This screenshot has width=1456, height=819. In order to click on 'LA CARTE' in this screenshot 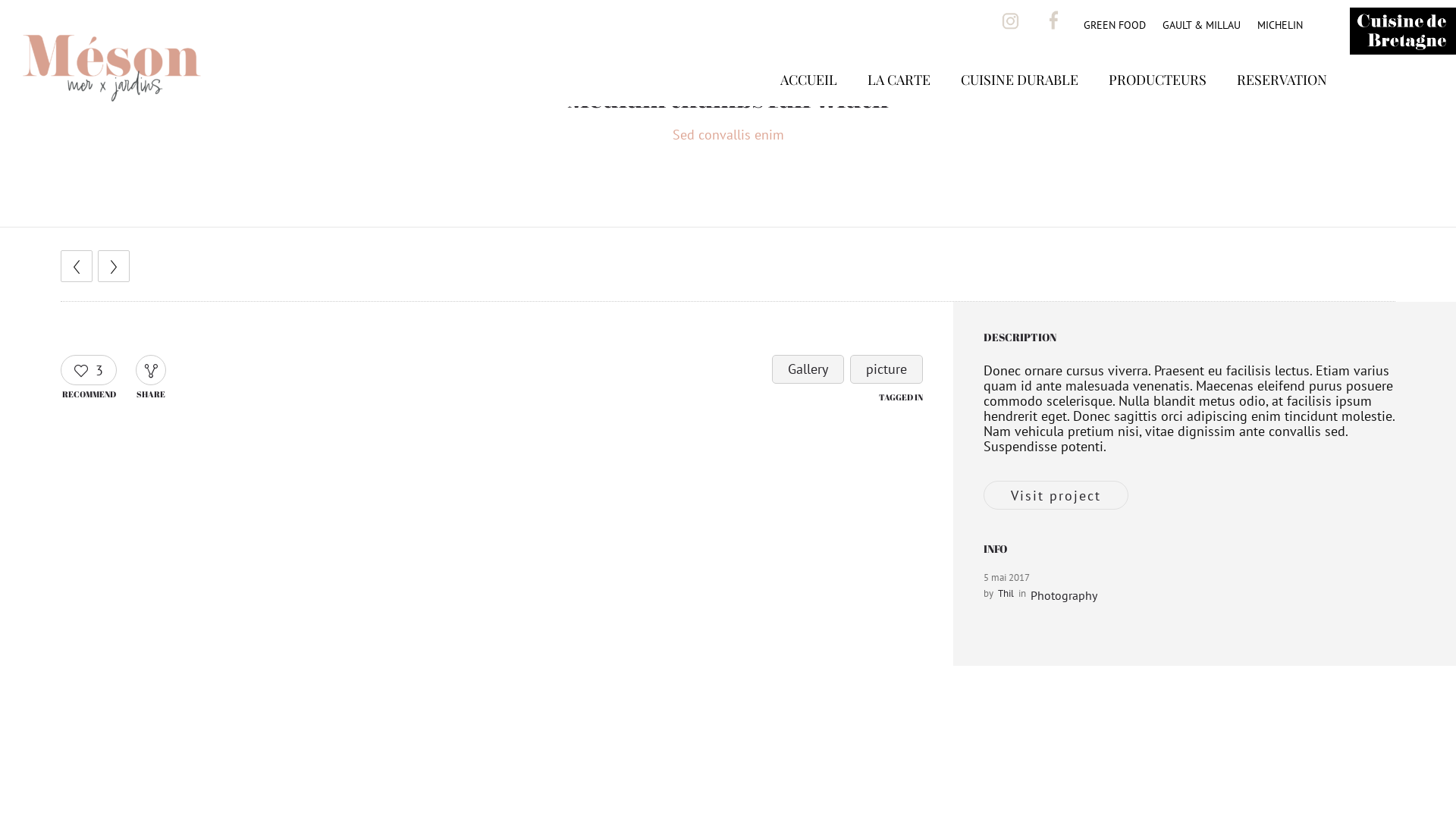, I will do `click(899, 102)`.